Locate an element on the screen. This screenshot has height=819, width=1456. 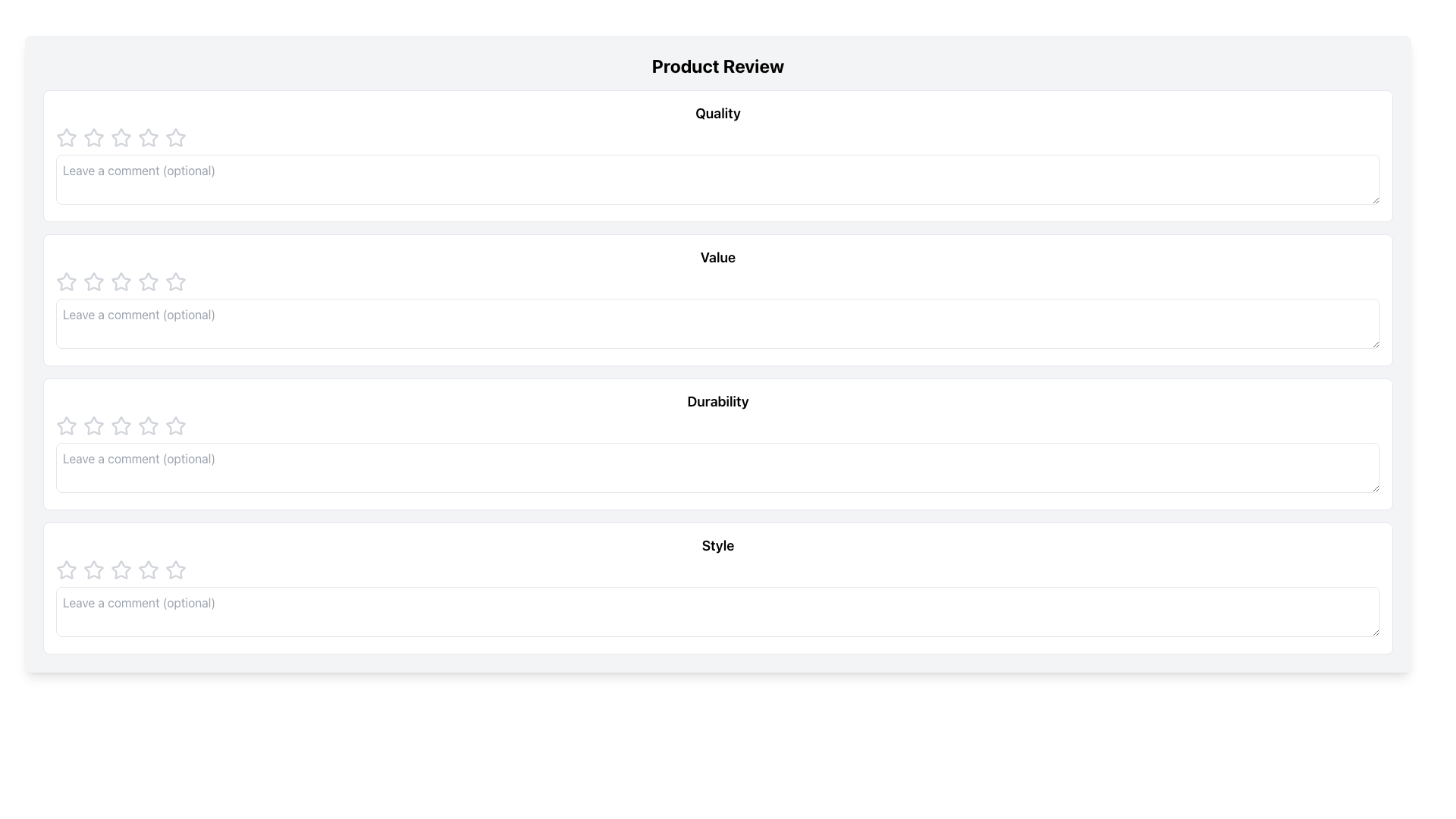
interactive styling of the sixth star icon in the rating system located in the 'Style' section of the product review interface is located at coordinates (175, 570).